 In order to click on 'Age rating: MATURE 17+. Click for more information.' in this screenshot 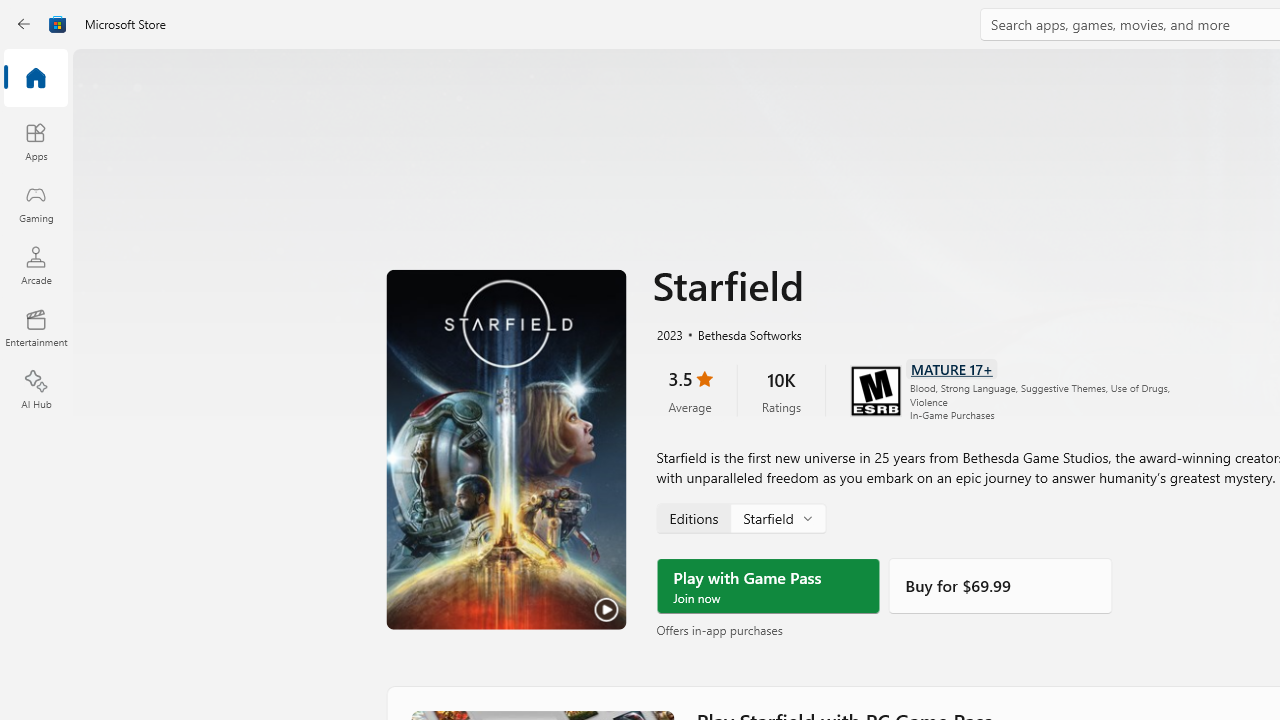, I will do `click(950, 367)`.